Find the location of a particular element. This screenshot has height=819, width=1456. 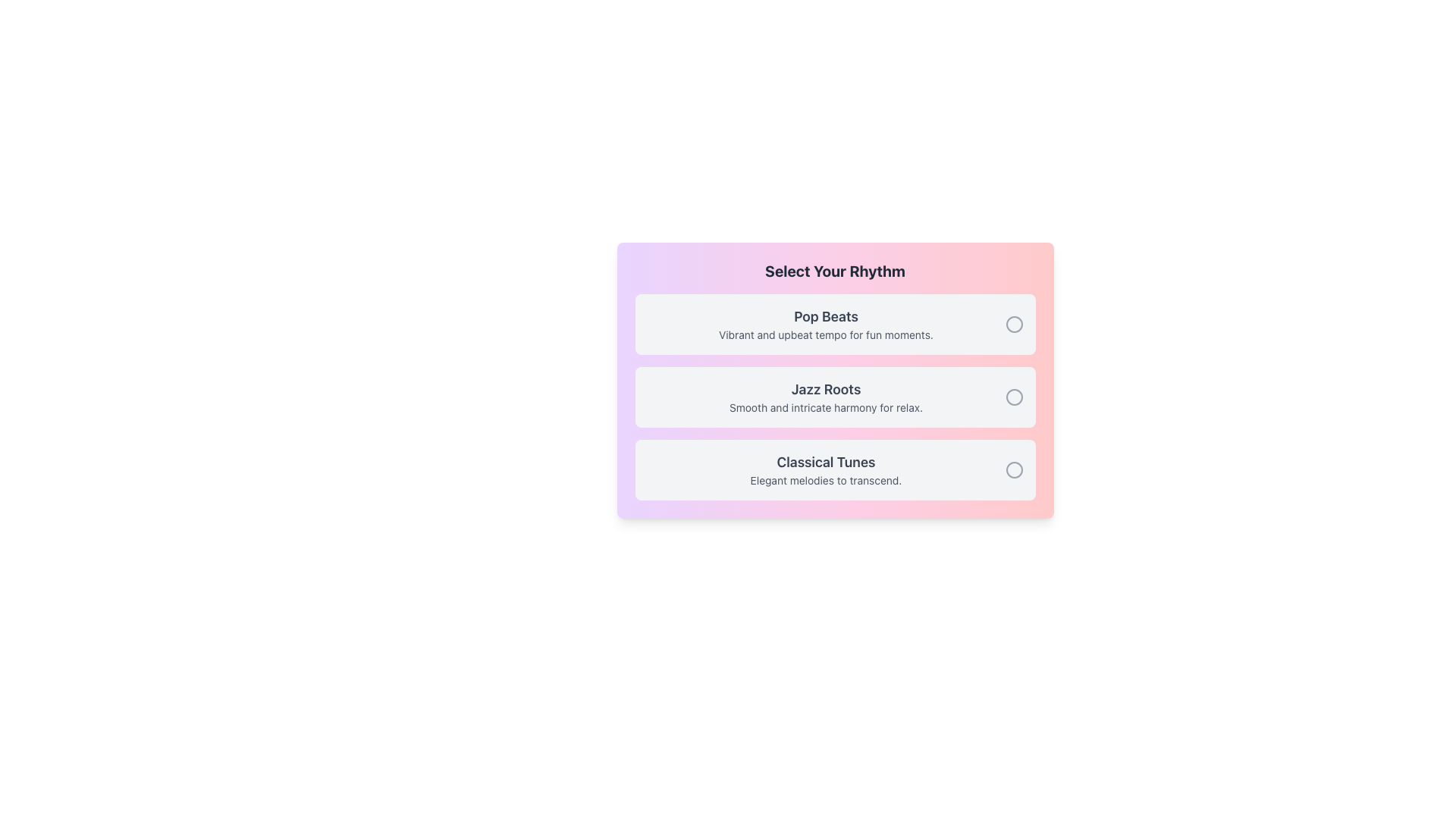

the 'Jazz Roots' text display, which represents a selectable option for a music style, located between 'Pop Beats' and 'Classical Tunes' is located at coordinates (825, 397).